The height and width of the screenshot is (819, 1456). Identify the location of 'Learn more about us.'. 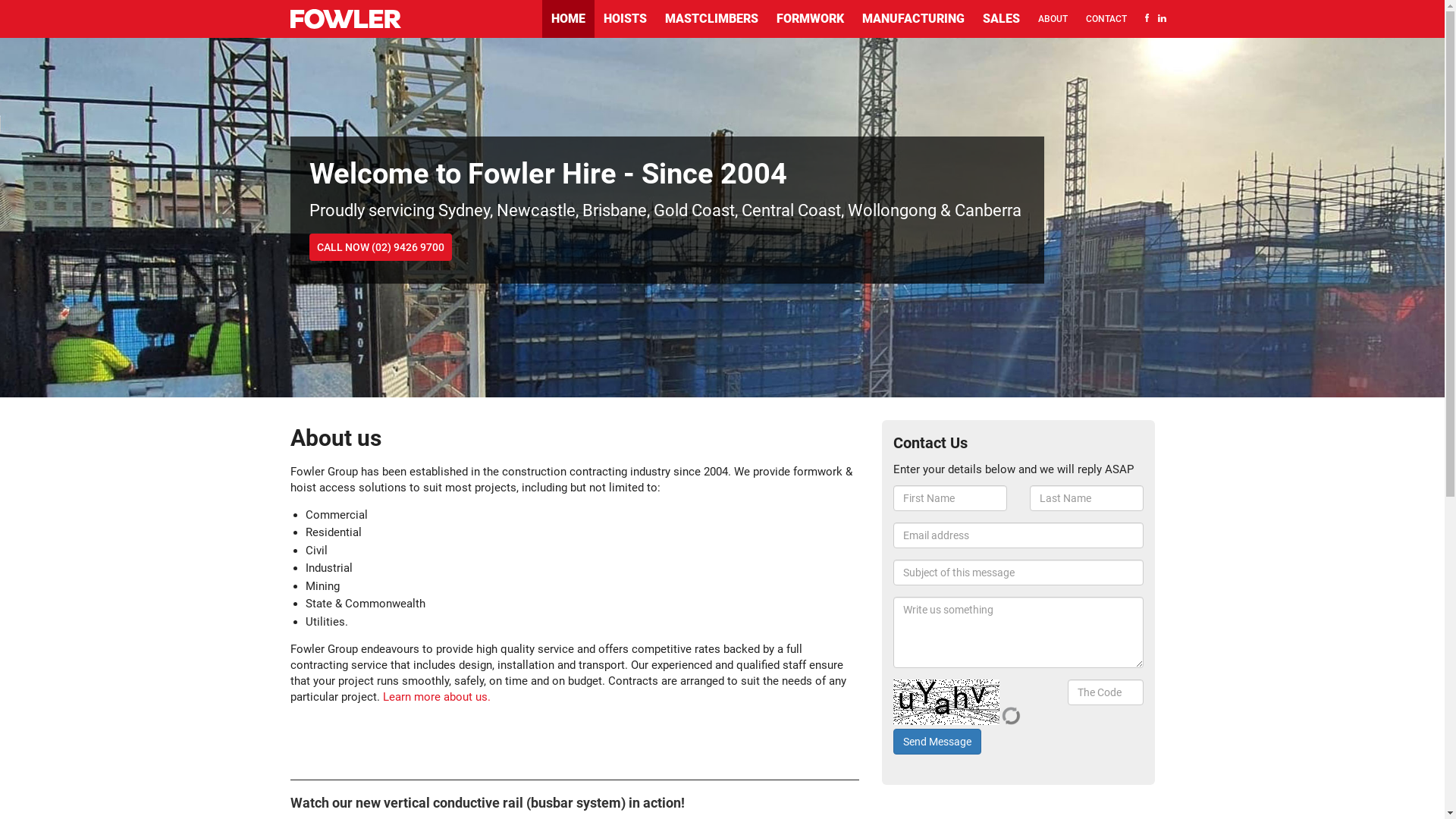
(435, 696).